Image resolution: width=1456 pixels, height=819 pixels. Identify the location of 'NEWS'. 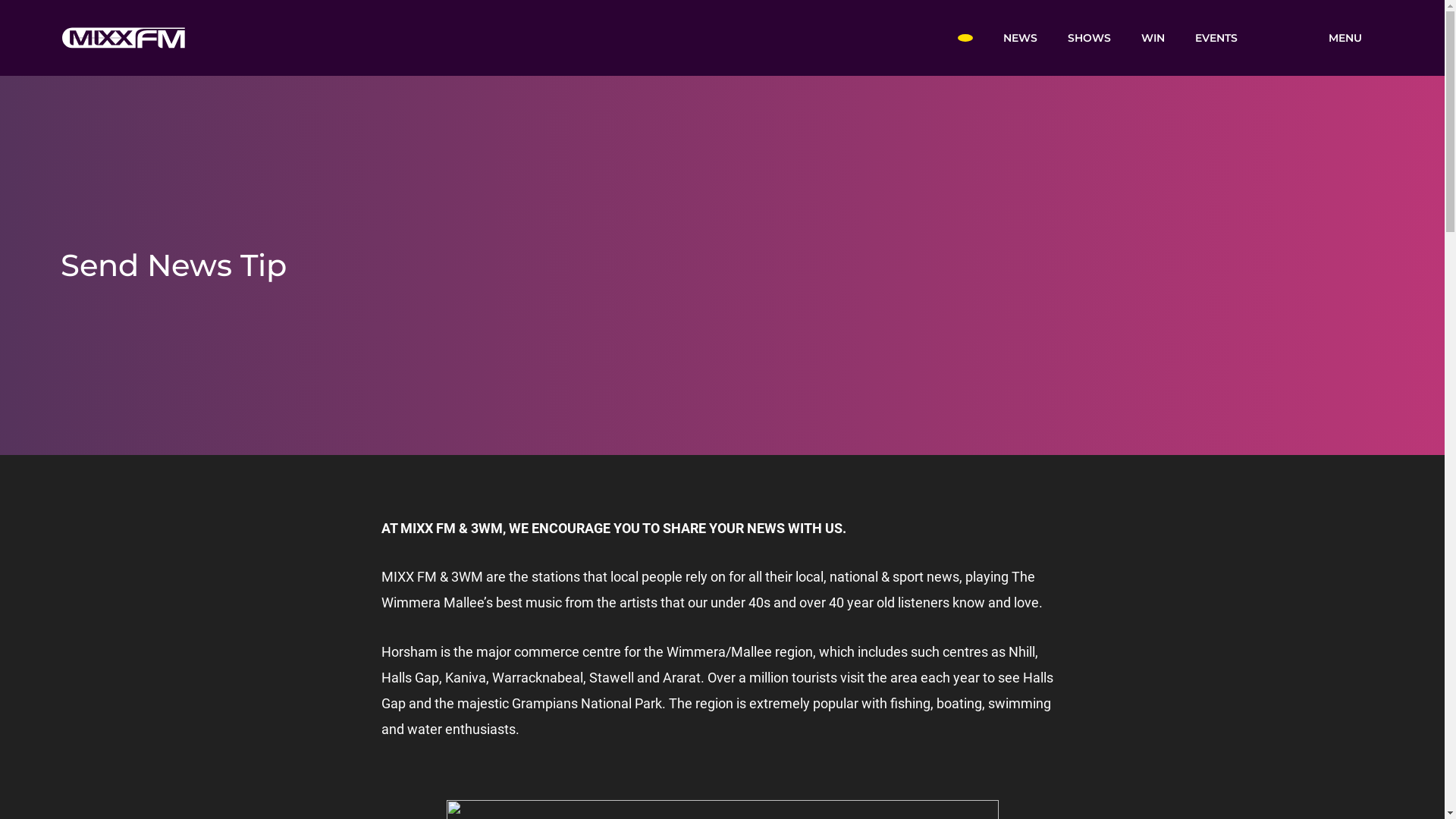
(987, 36).